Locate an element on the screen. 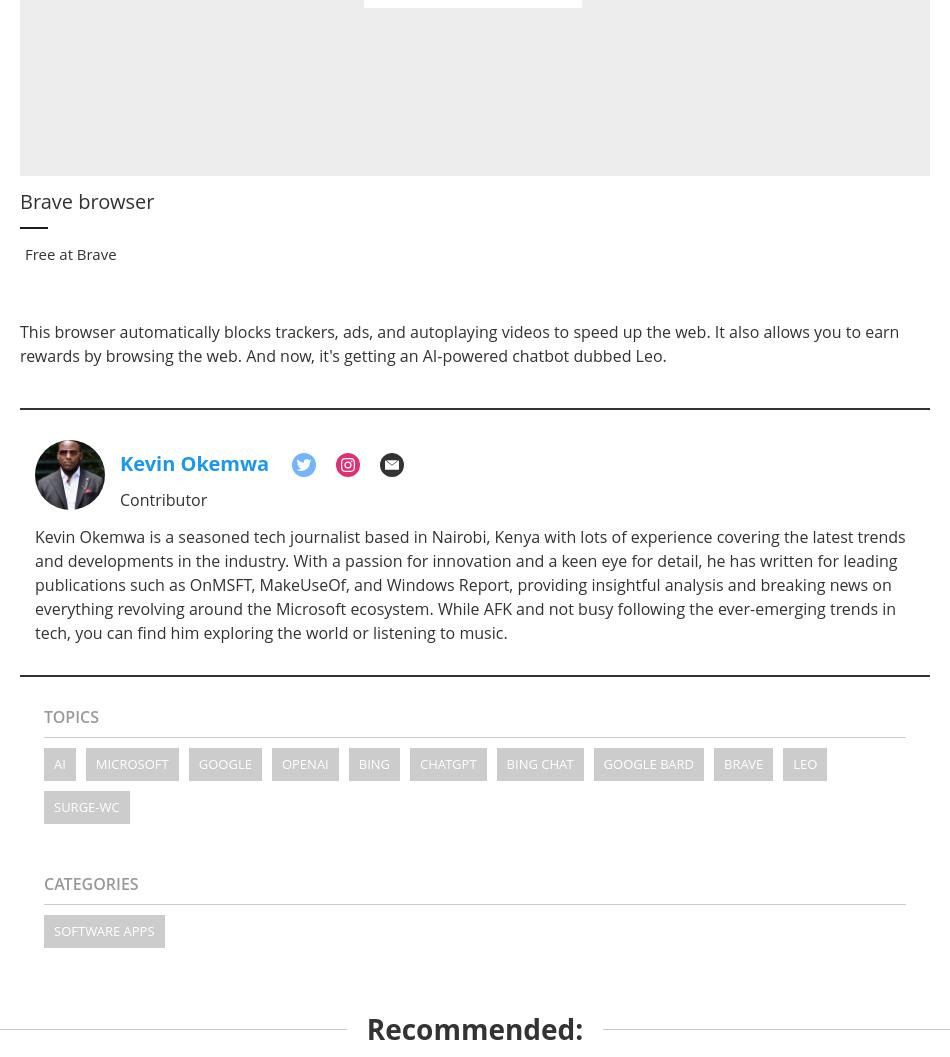  'CATEGORIES' is located at coordinates (91, 882).